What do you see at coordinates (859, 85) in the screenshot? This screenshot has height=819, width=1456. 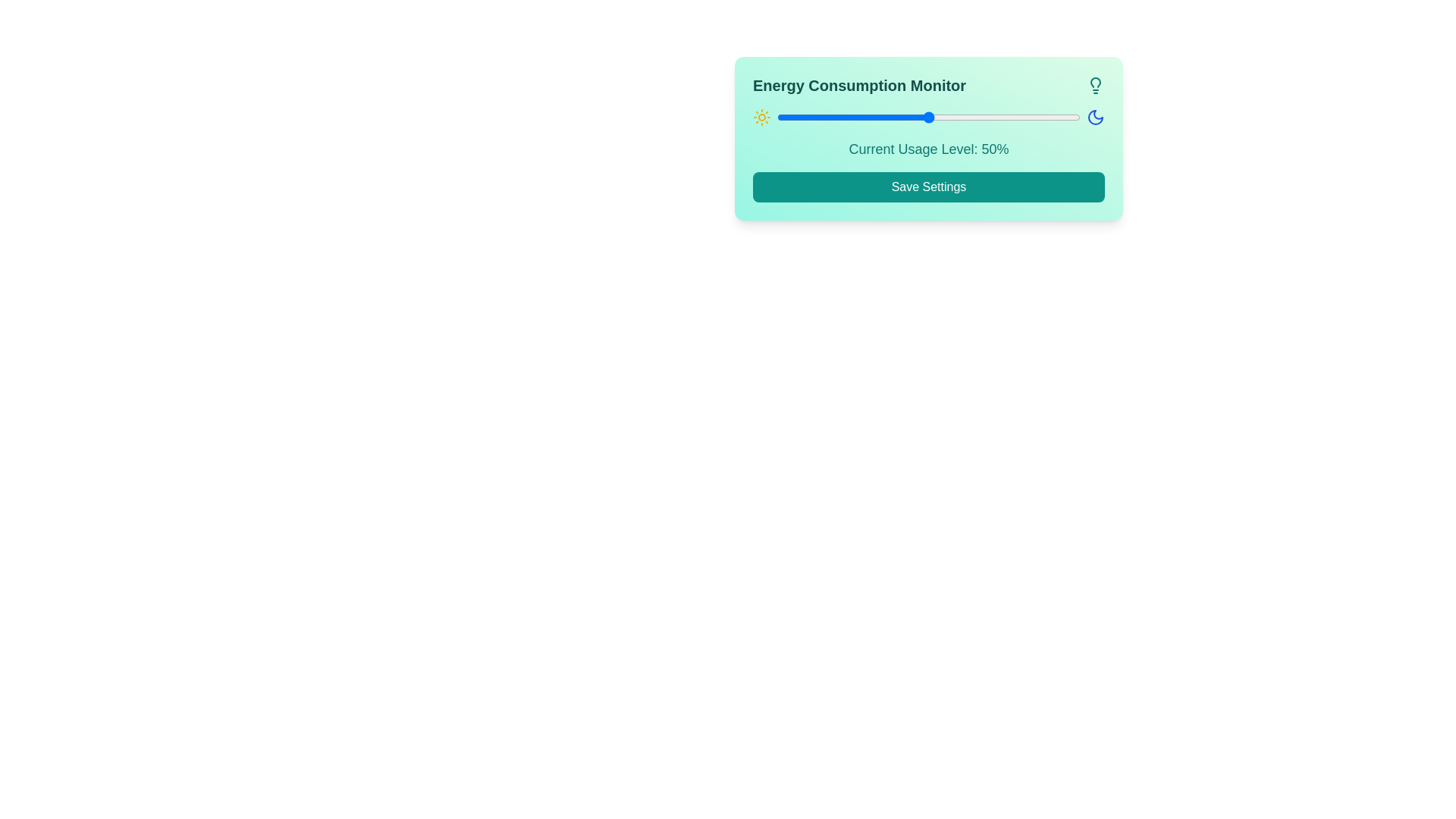 I see `the 'Energy Consumption Monitor' title text` at bounding box center [859, 85].